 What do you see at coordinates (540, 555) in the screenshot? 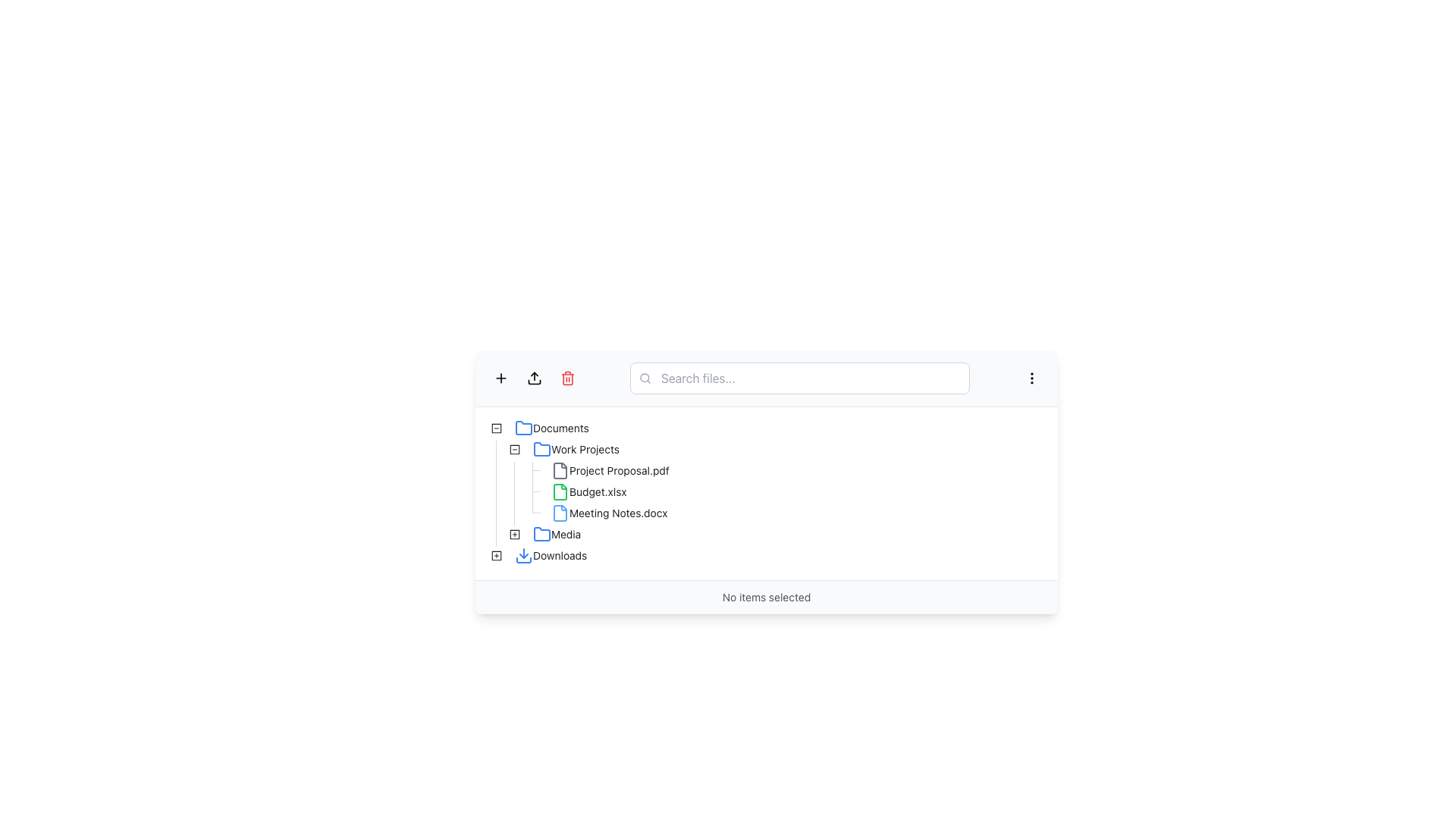
I see `the 'Downloads' tree node, which is the last item in the hierarchical file structure under the 'Media' node` at bounding box center [540, 555].